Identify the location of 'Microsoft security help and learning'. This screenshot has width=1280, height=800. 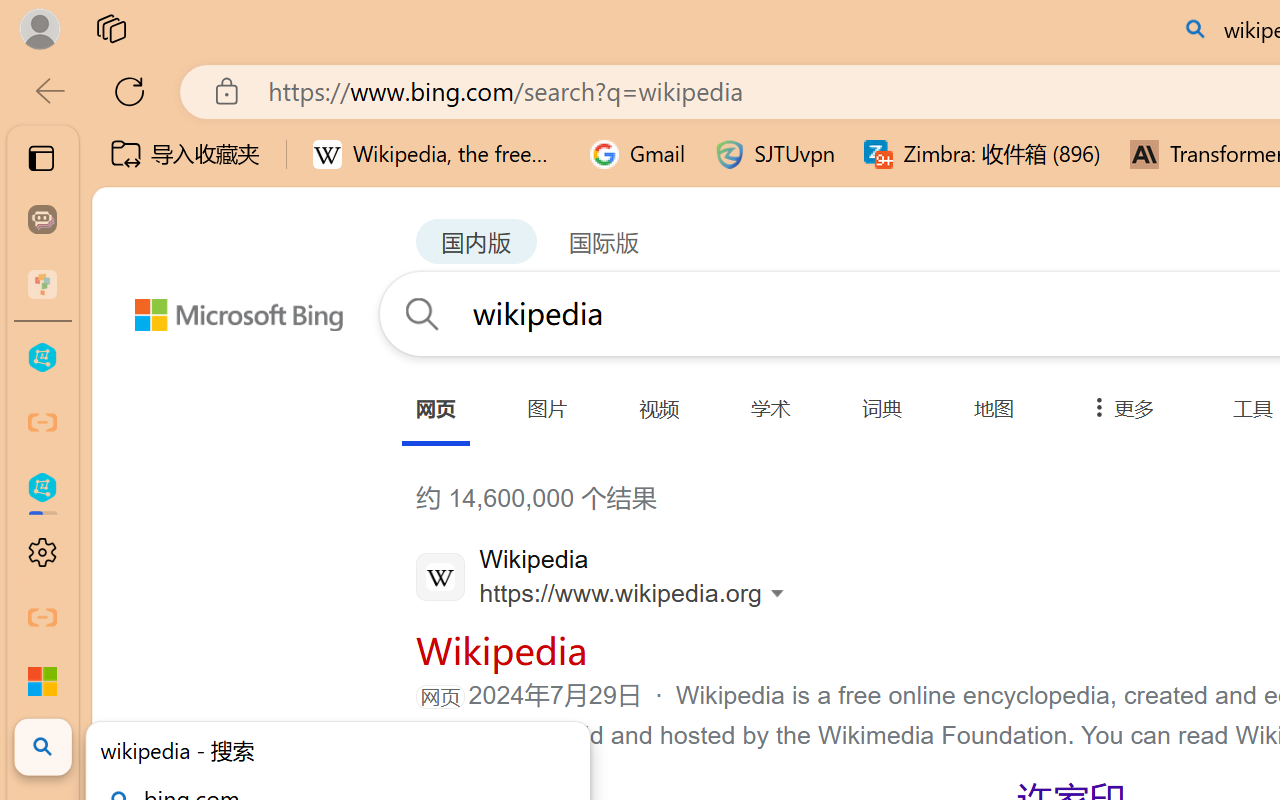
(42, 682).